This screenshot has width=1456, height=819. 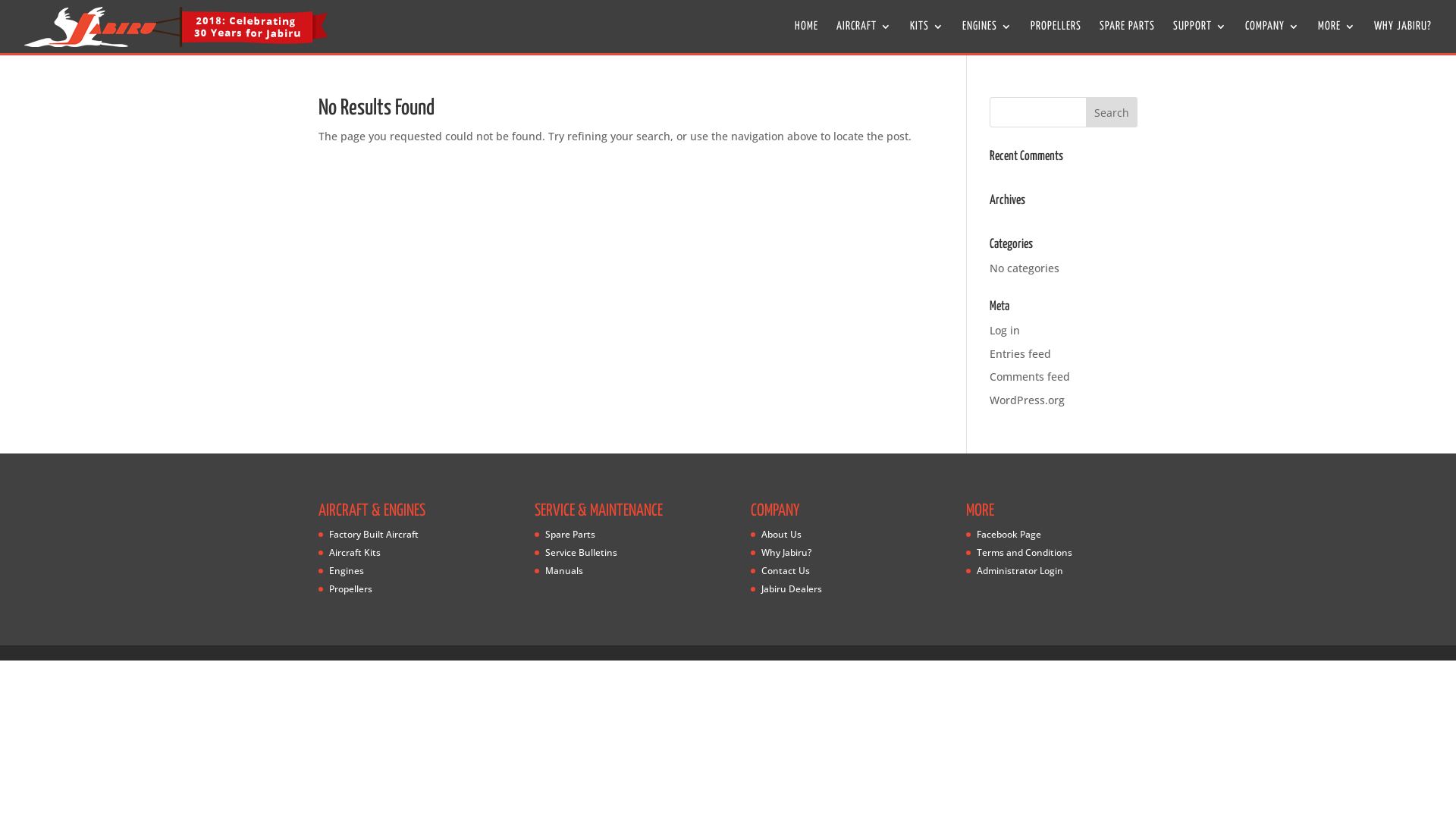 I want to click on 'Contact Us', so click(x=786, y=570).